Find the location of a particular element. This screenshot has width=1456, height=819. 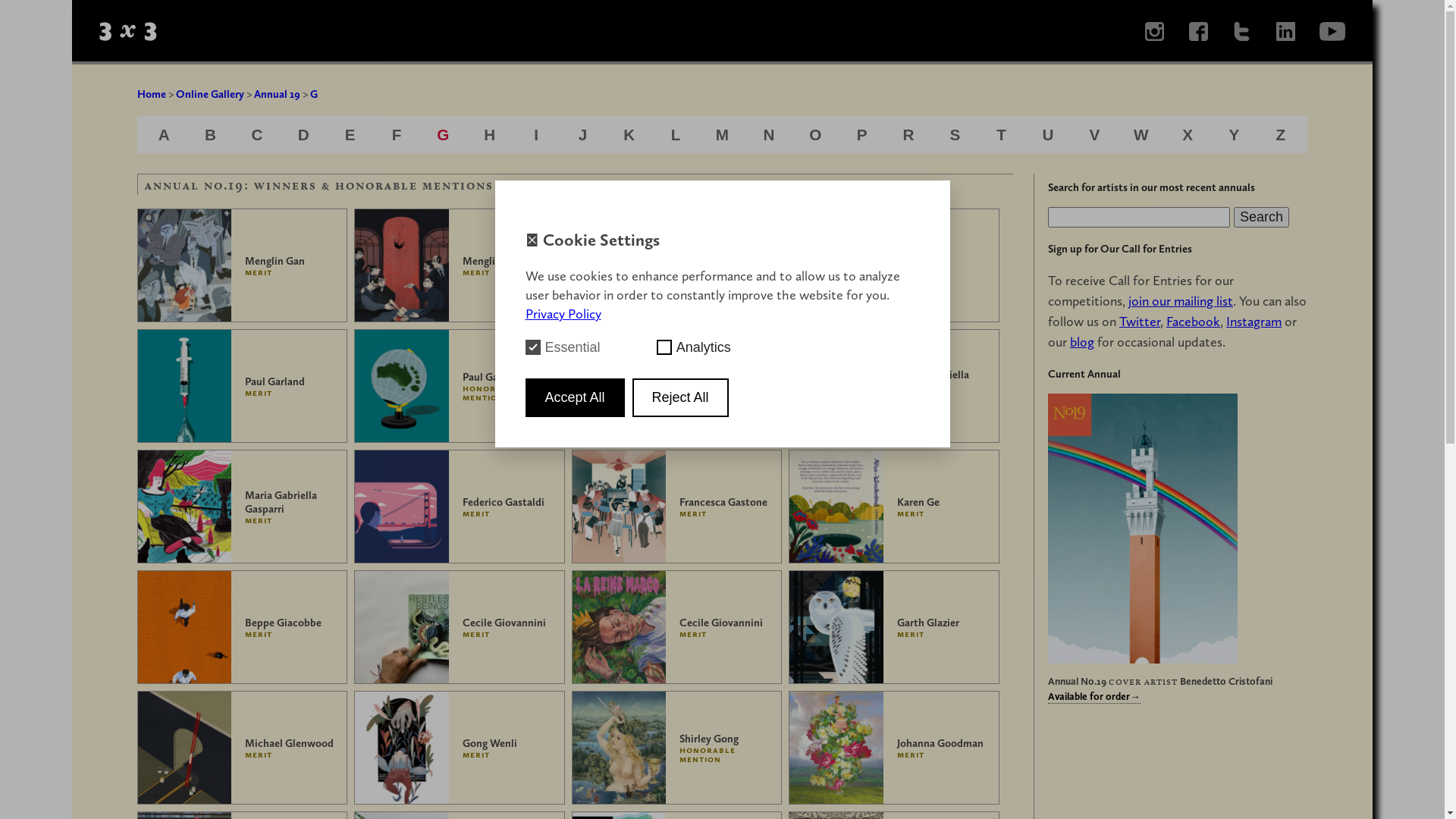

'T' is located at coordinates (1001, 133).